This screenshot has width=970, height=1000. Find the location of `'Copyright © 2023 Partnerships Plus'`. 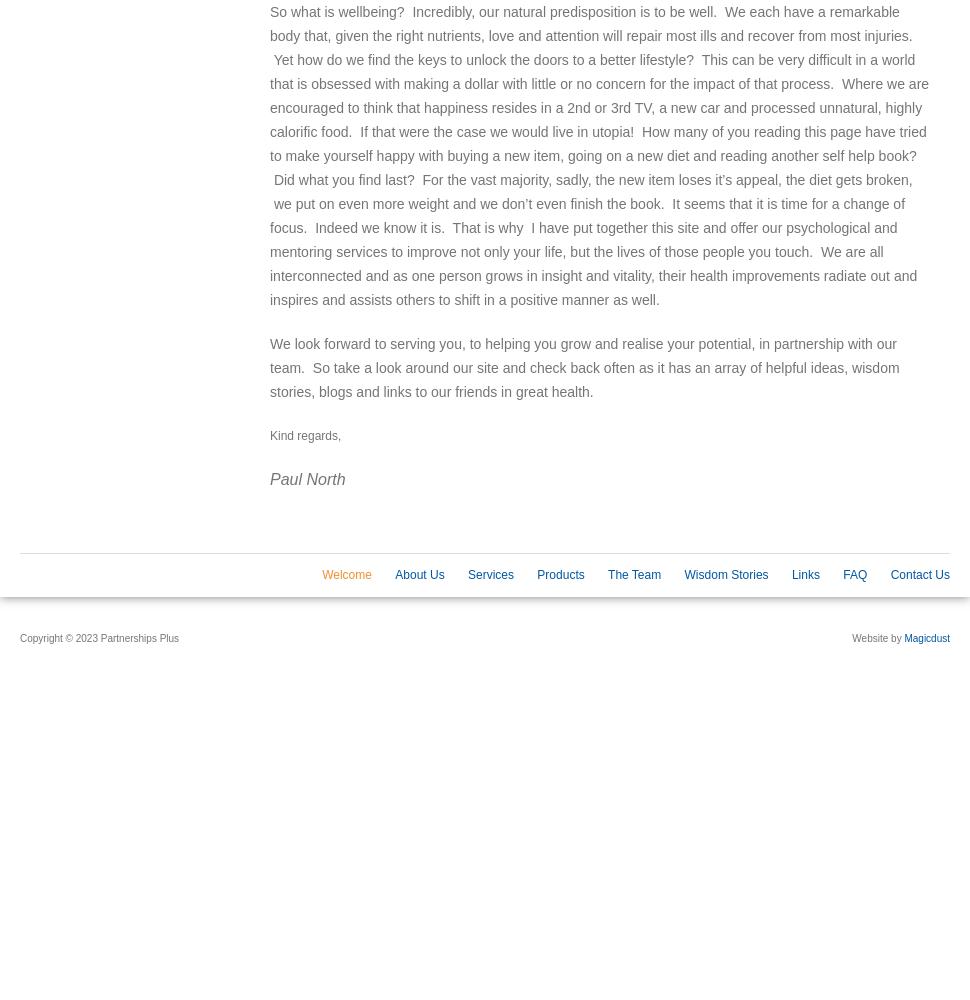

'Copyright © 2023 Partnerships Plus' is located at coordinates (19, 638).